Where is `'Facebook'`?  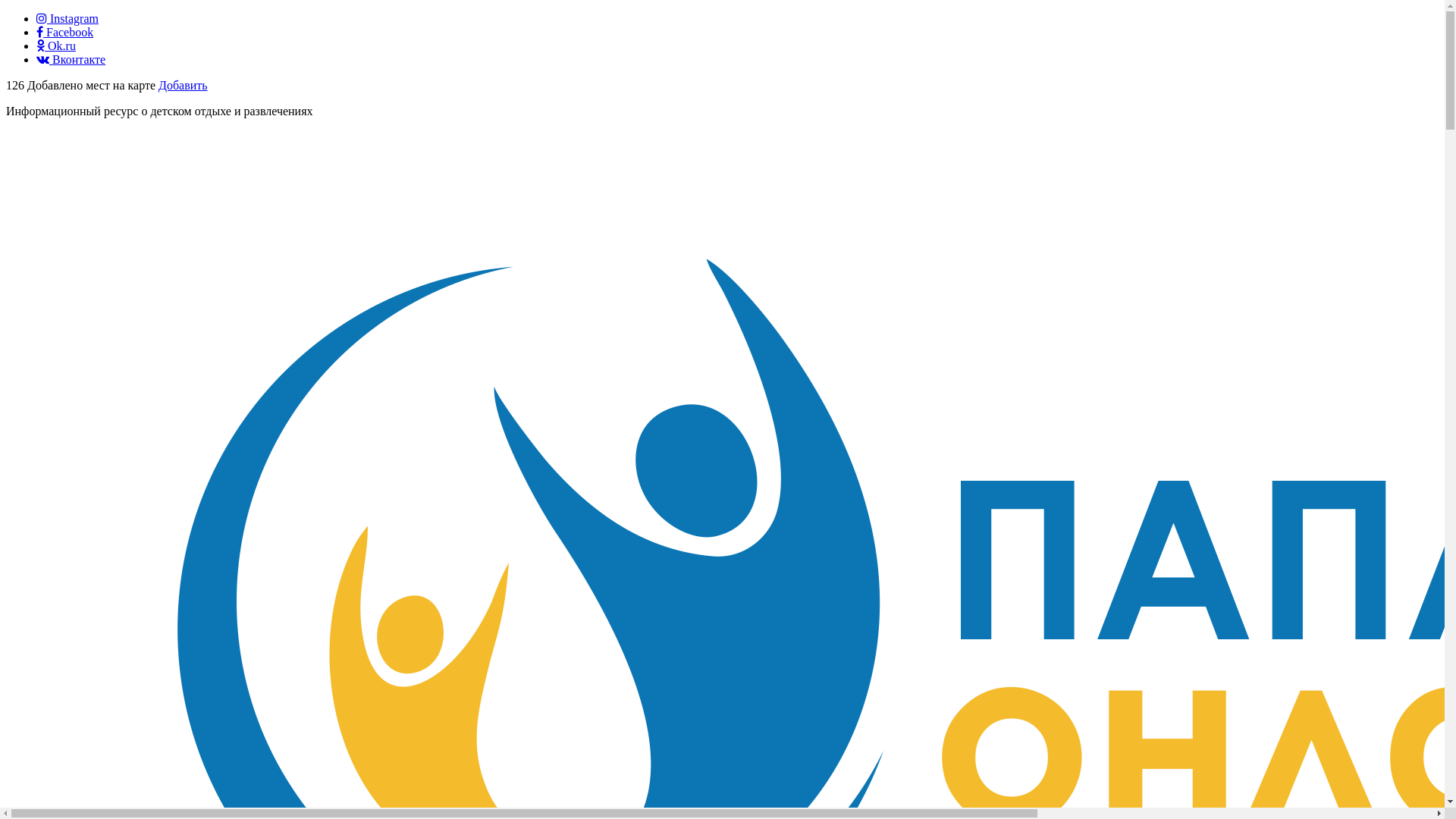 'Facebook' is located at coordinates (64, 32).